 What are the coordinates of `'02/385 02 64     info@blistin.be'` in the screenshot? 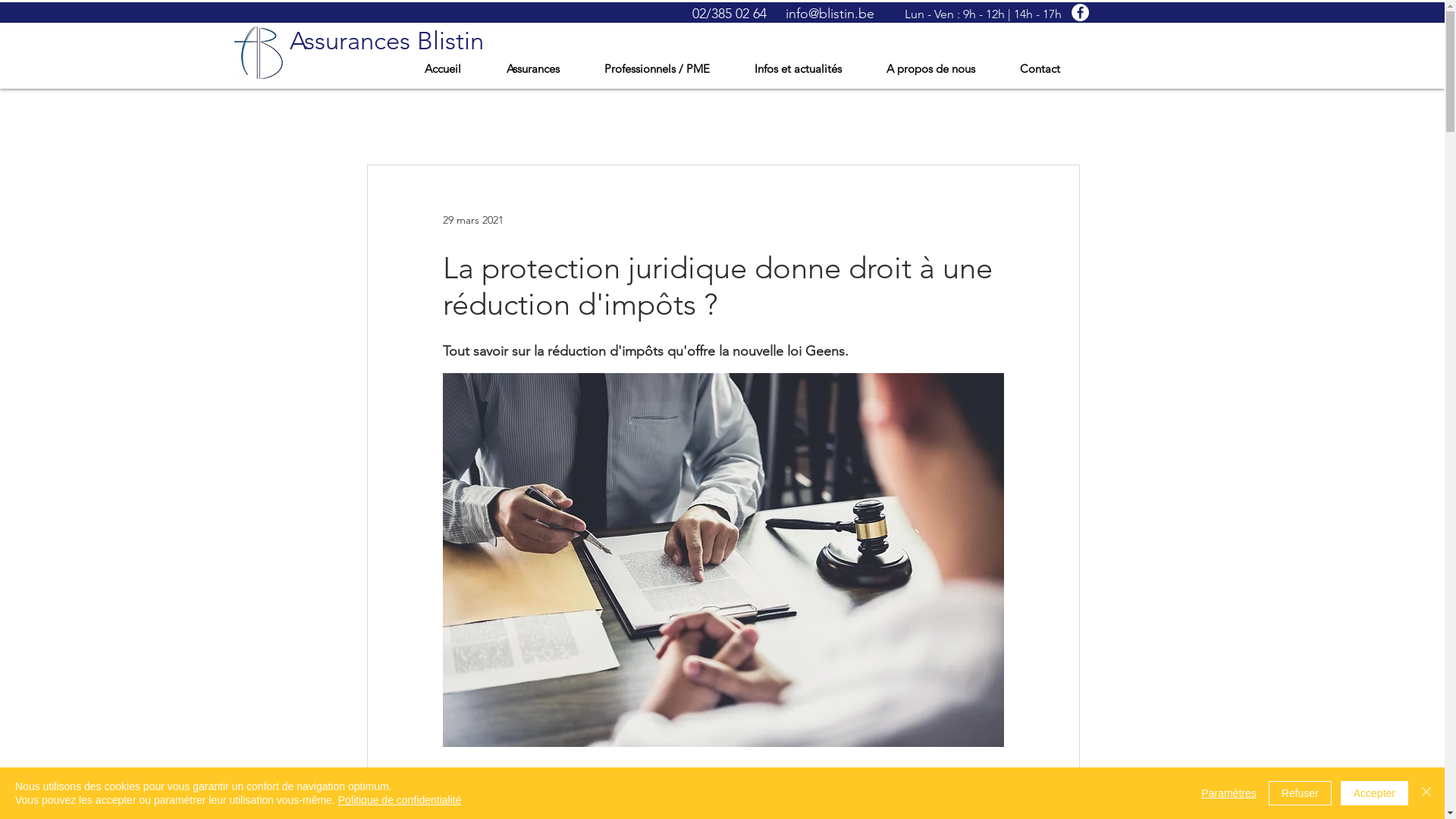 It's located at (783, 14).